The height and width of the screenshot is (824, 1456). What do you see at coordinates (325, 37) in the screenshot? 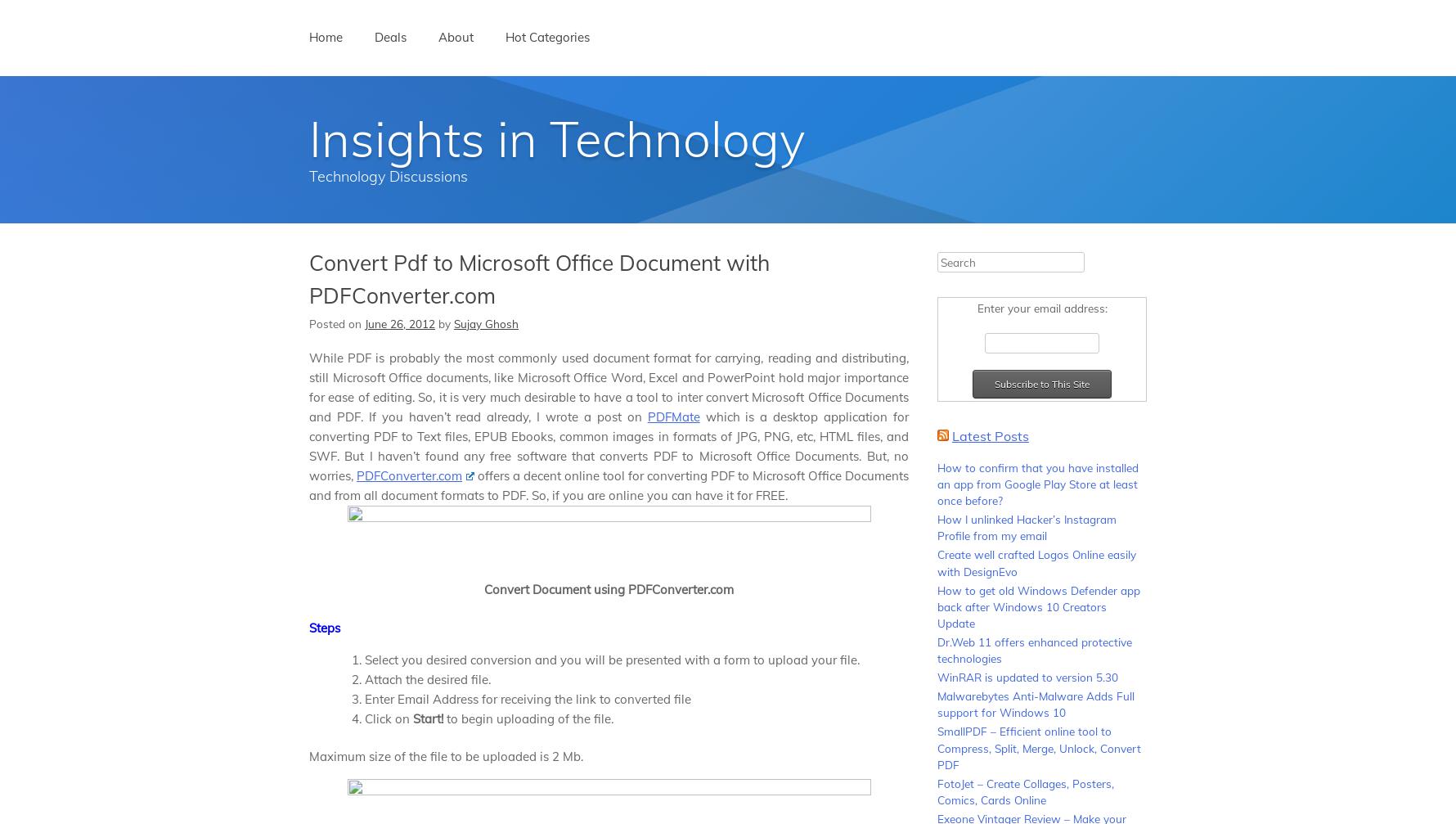
I see `'Home'` at bounding box center [325, 37].